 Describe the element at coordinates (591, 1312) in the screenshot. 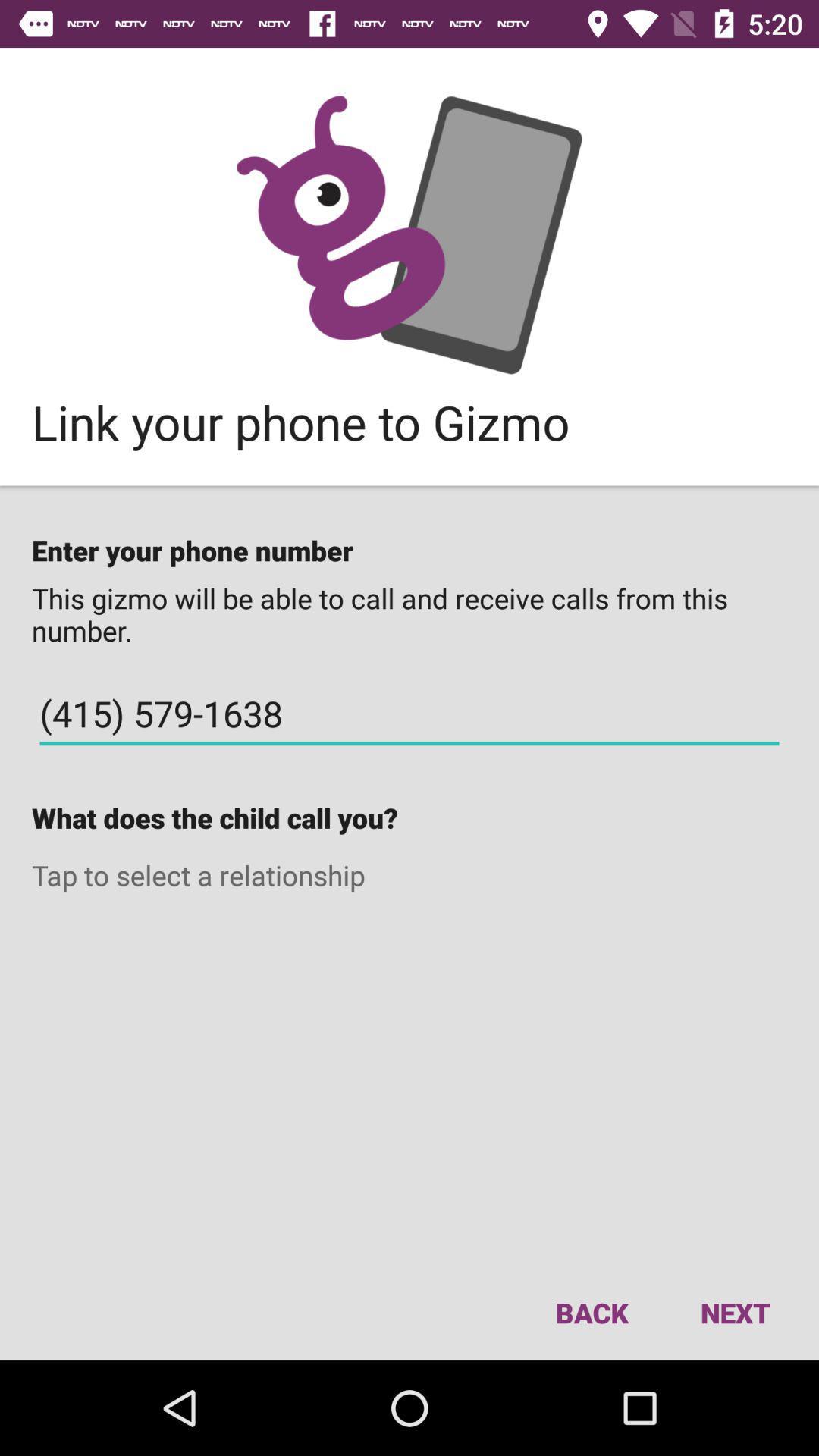

I see `the item below tap to select icon` at that location.